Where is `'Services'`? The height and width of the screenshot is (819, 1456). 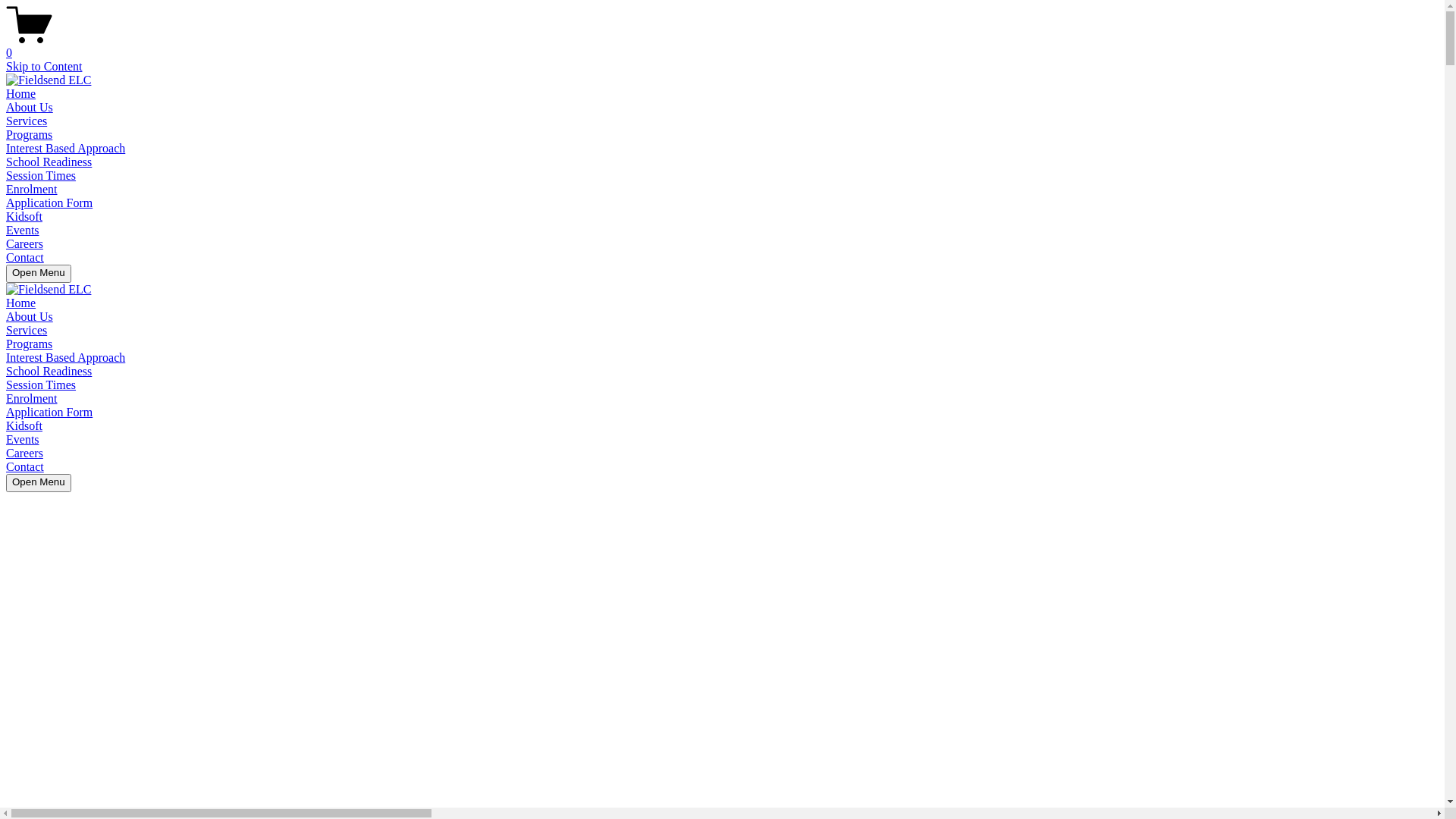 'Services' is located at coordinates (26, 120).